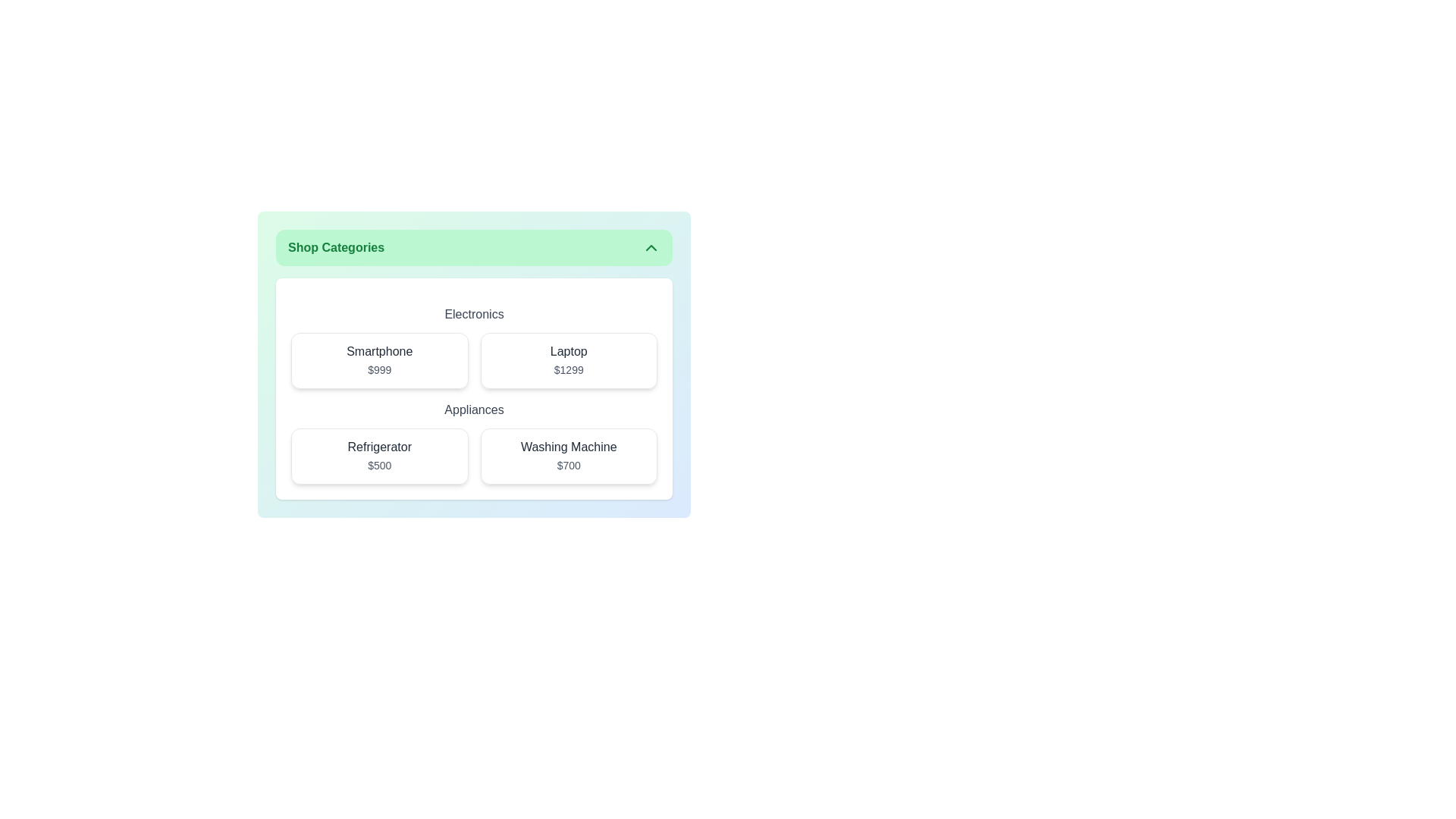 Image resolution: width=1456 pixels, height=819 pixels. What do you see at coordinates (335, 247) in the screenshot?
I see `the text label located in the green rounded rectangular bar at the top of the section` at bounding box center [335, 247].